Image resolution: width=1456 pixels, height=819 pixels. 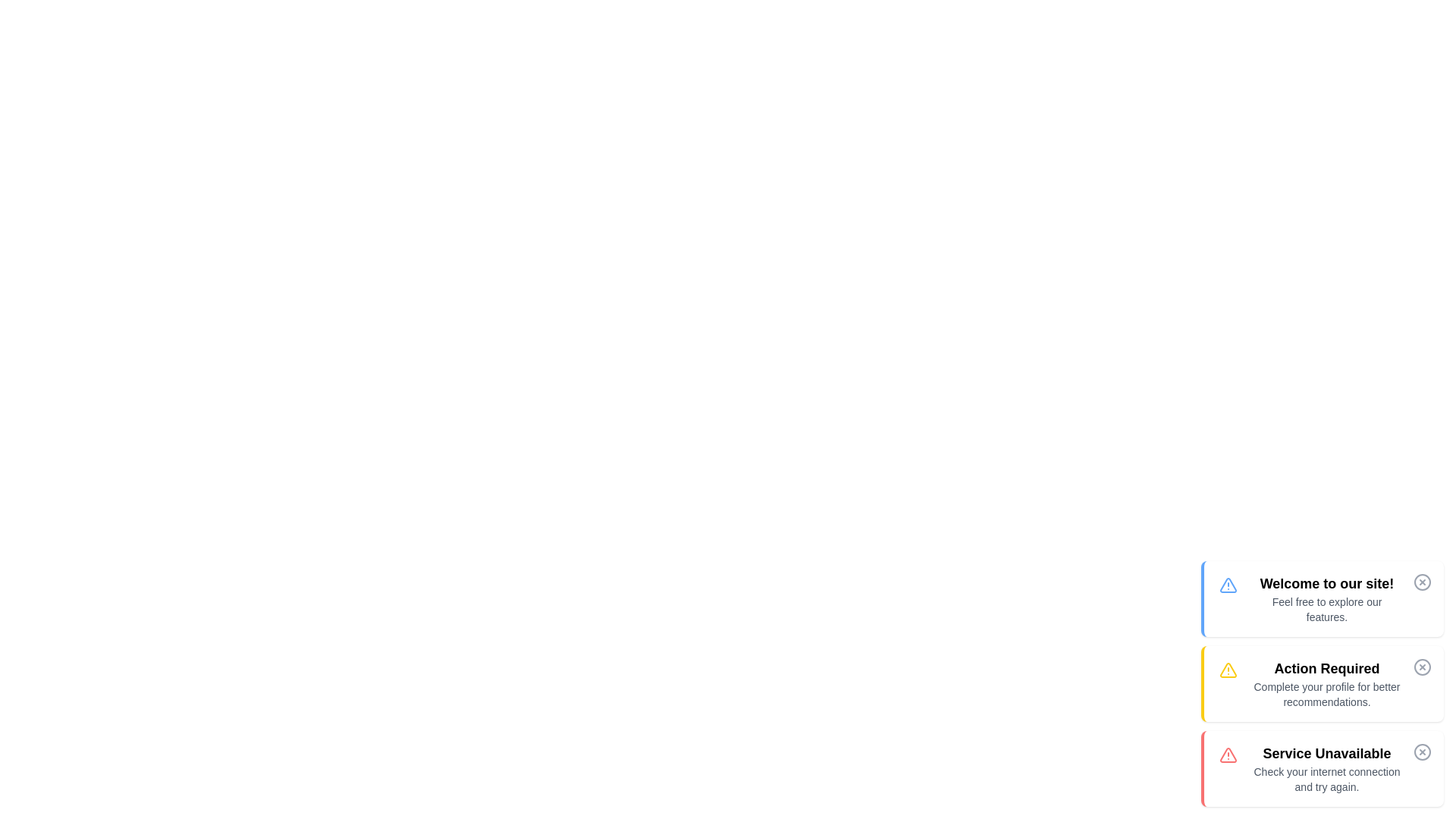 What do you see at coordinates (1228, 584) in the screenshot?
I see `the triangular icon with a blue exclamation mark, located above the text 'Welcome to our site!' in the white notification card, to interact with it` at bounding box center [1228, 584].